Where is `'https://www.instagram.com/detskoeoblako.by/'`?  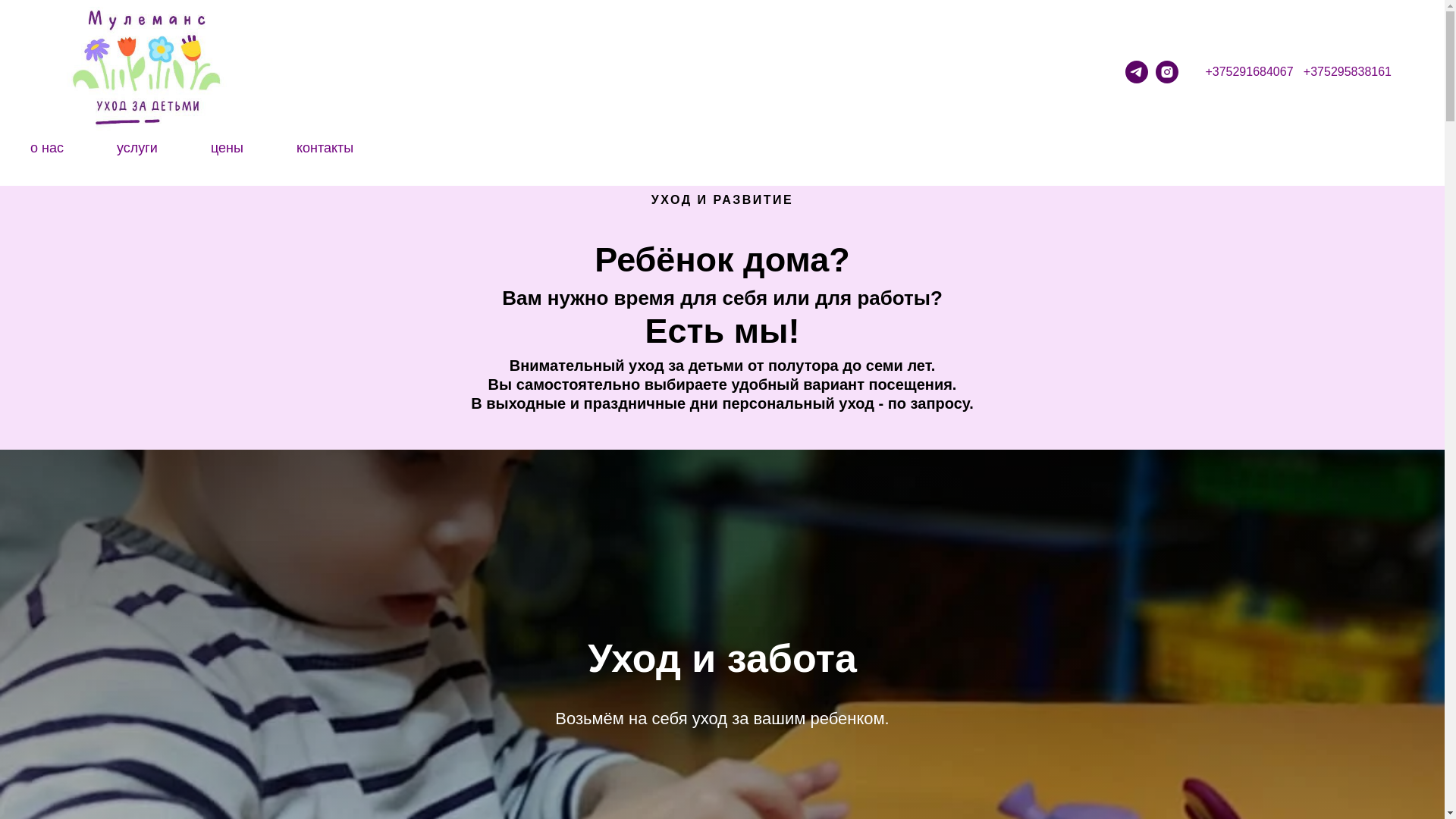 'https://www.instagram.com/detskoeoblako.by/' is located at coordinates (1166, 72).